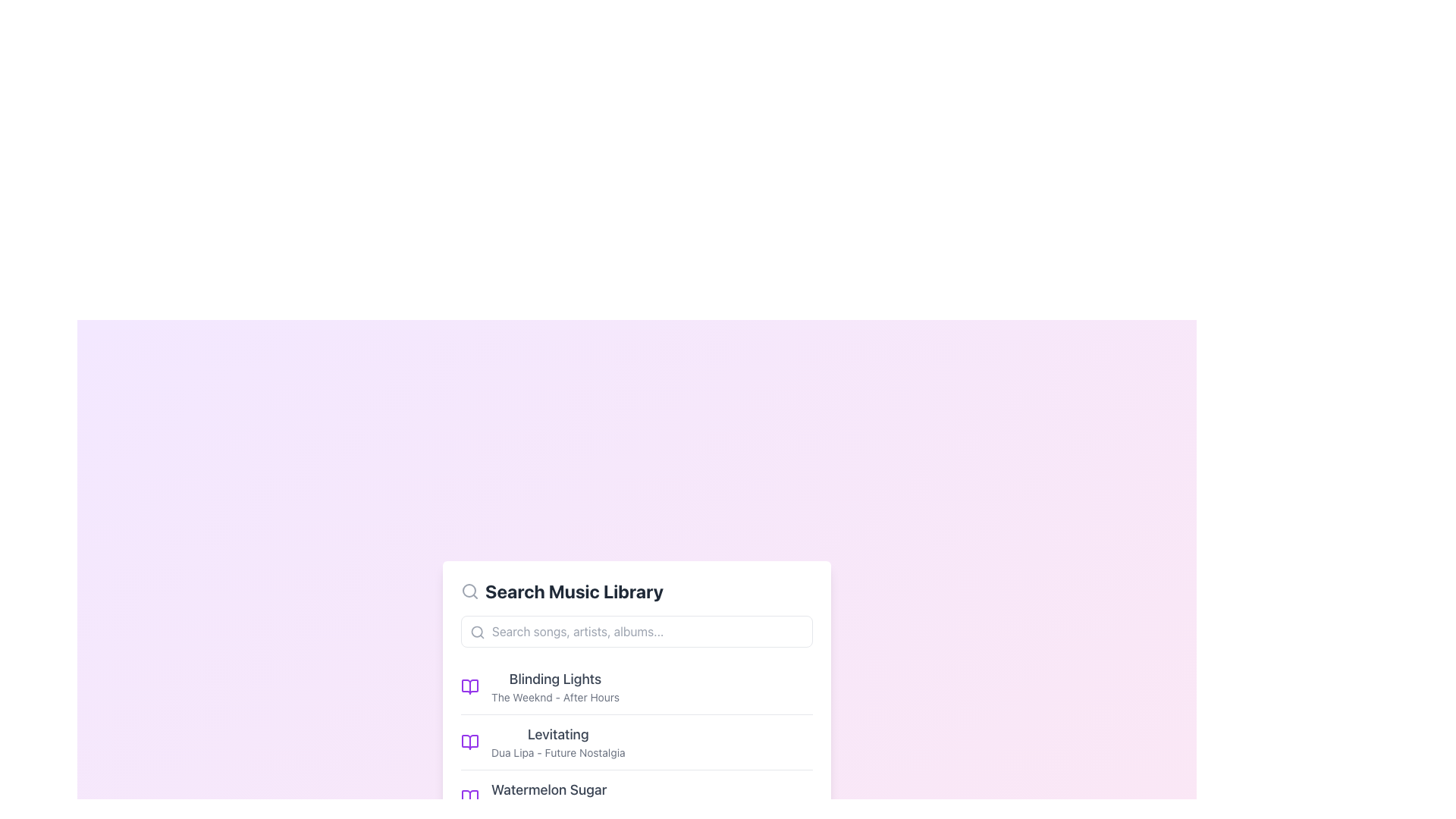 This screenshot has width=1456, height=819. What do you see at coordinates (554, 686) in the screenshot?
I see `the song entry displayed in the 'Search Music Library' section` at bounding box center [554, 686].